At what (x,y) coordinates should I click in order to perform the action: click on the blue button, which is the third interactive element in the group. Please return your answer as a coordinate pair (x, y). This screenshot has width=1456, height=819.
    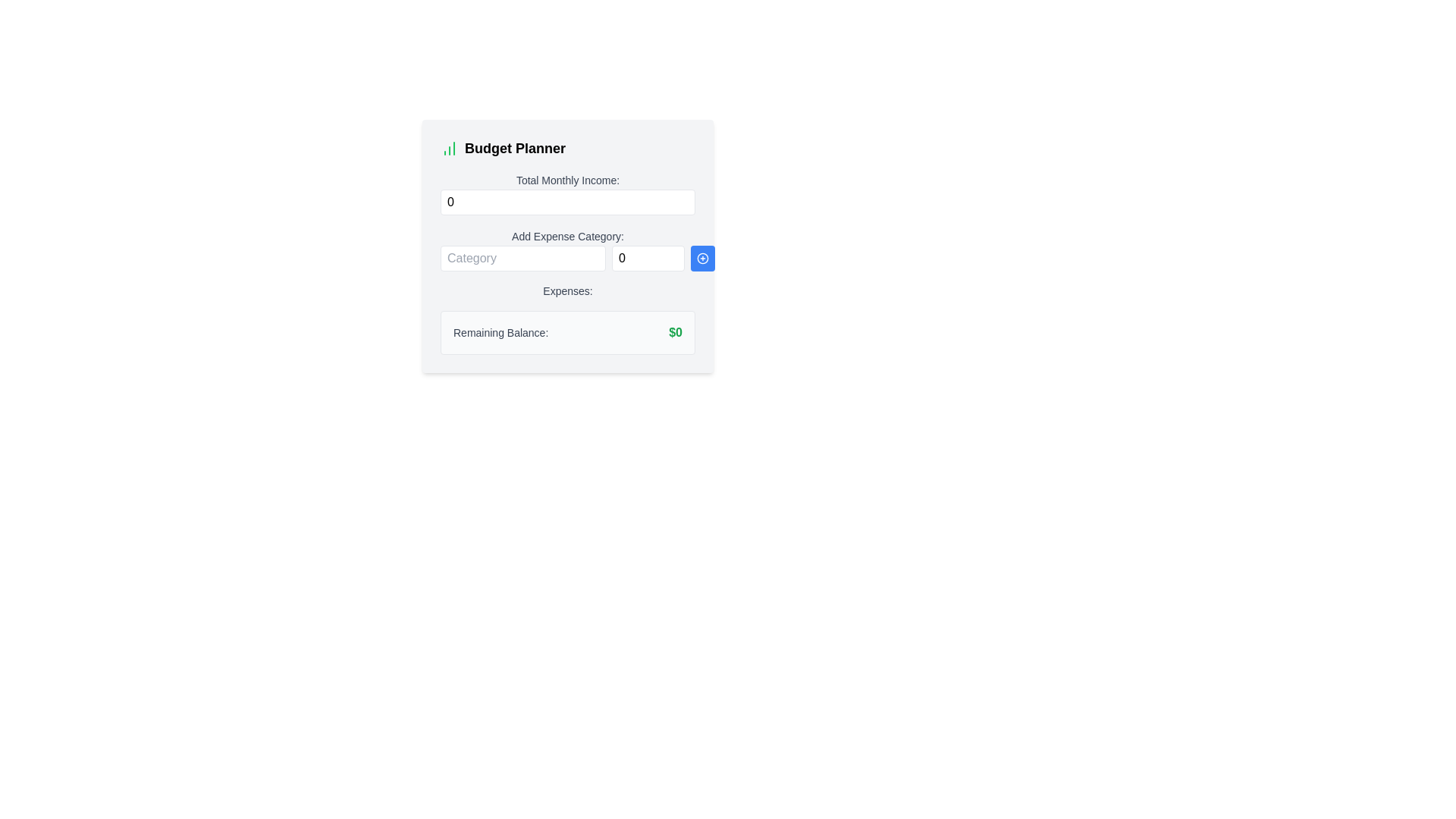
    Looking at the image, I should click on (701, 257).